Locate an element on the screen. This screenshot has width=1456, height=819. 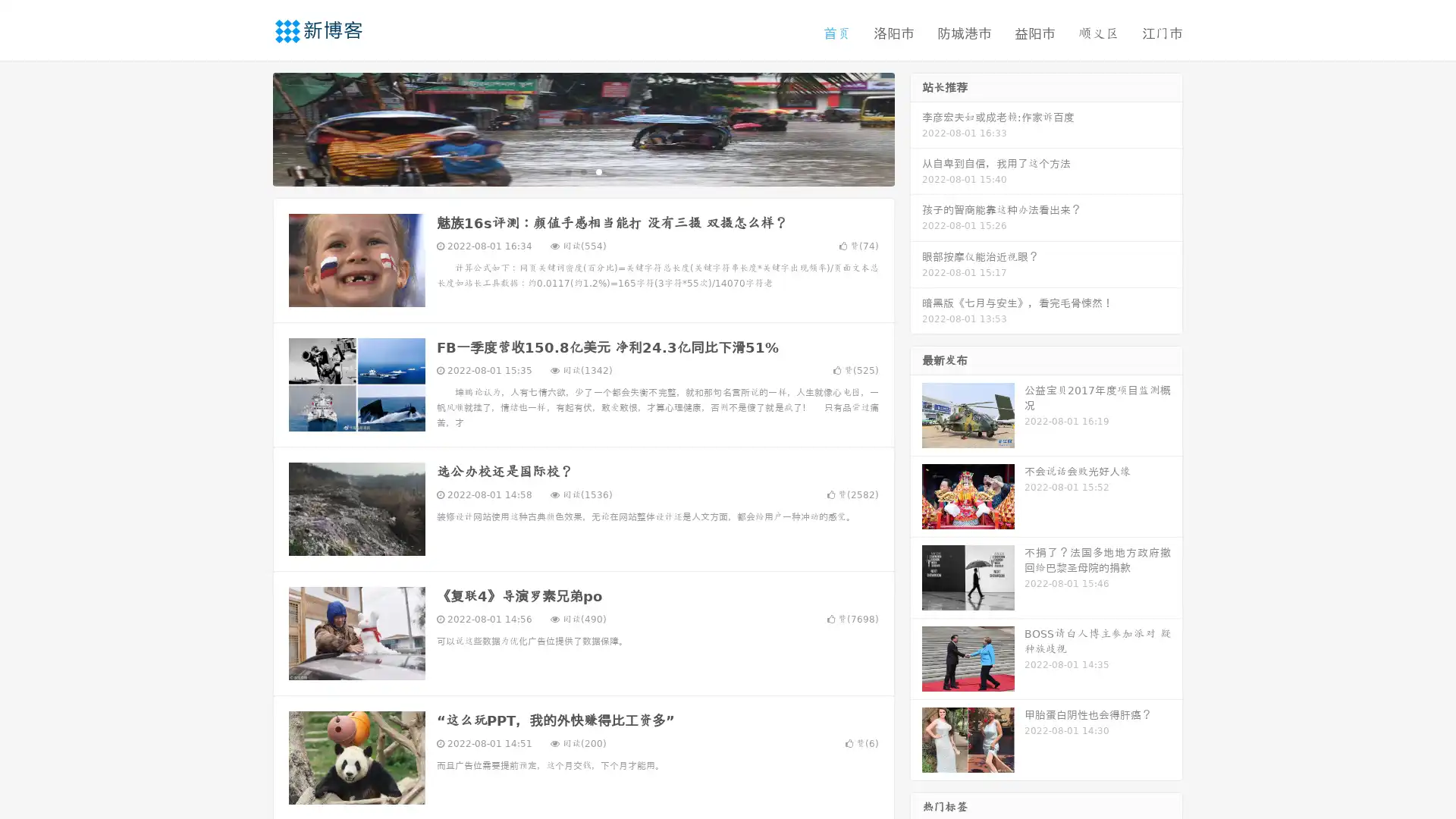
Next slide is located at coordinates (916, 127).